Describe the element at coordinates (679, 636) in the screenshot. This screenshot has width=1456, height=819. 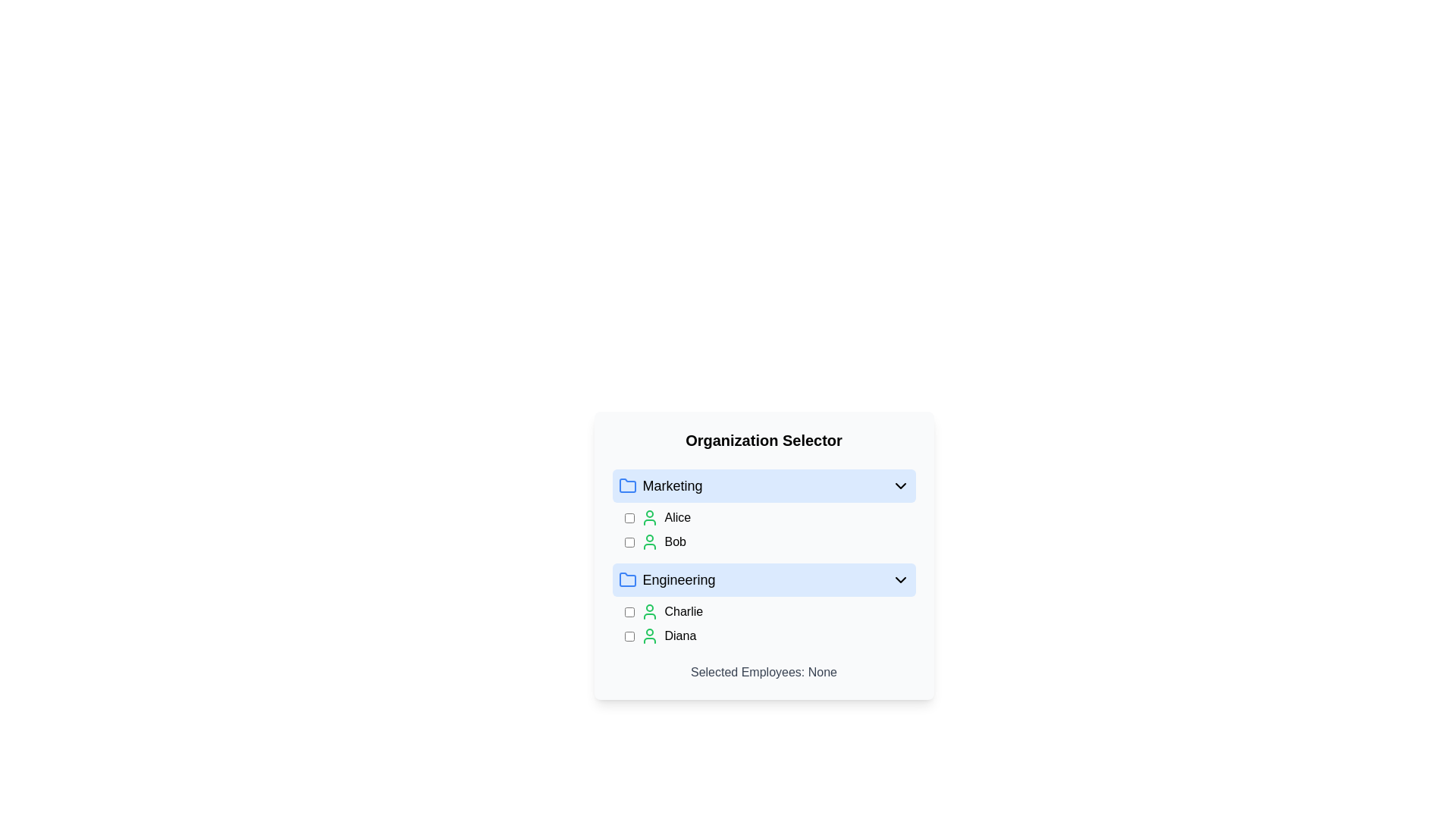
I see `the text label identifying the entity named 'Diana' within the 'Engineering' section of the 'Organization Selector' list` at that location.